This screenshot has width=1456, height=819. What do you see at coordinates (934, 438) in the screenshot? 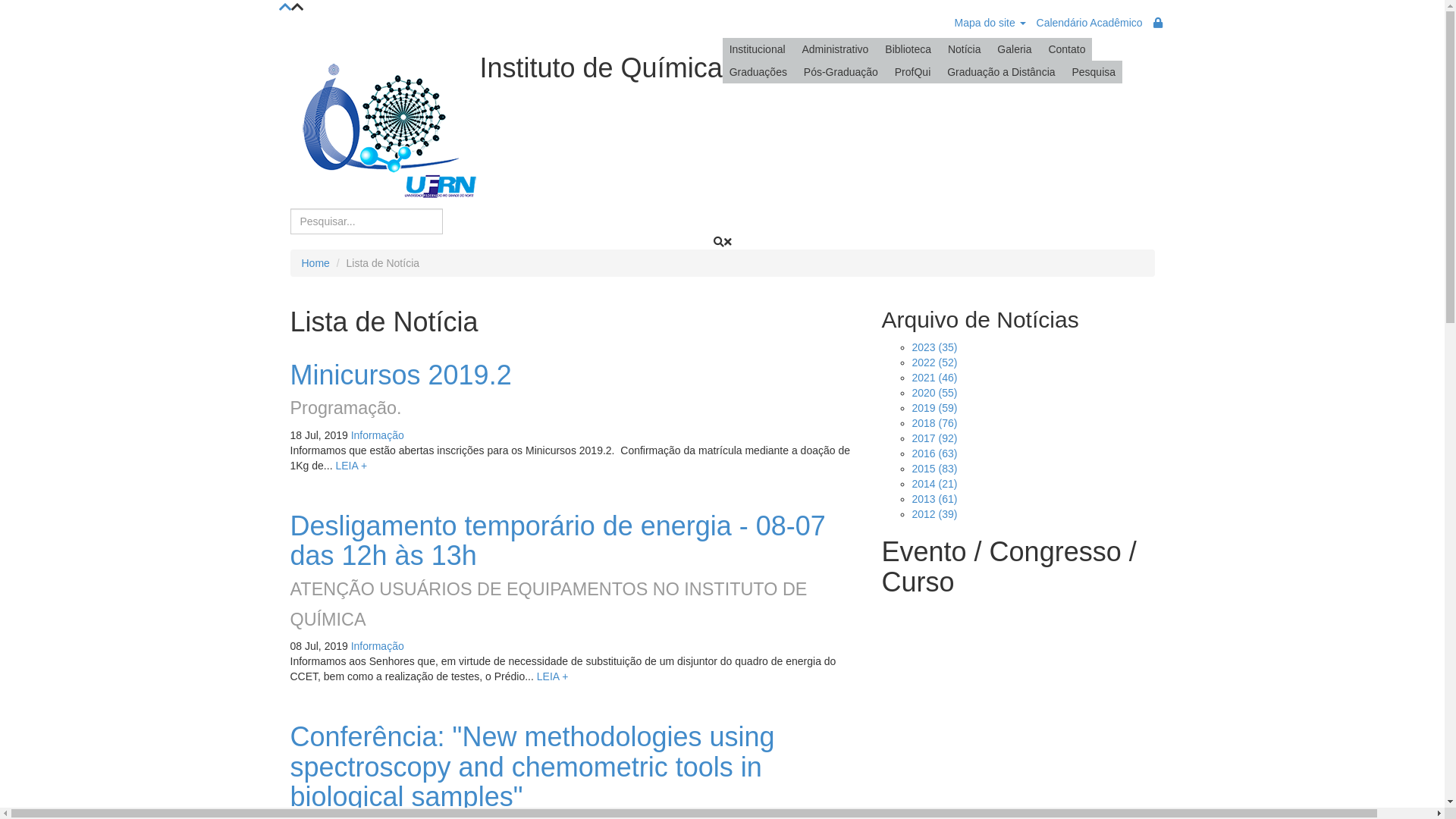
I see `'2017 (92)'` at bounding box center [934, 438].